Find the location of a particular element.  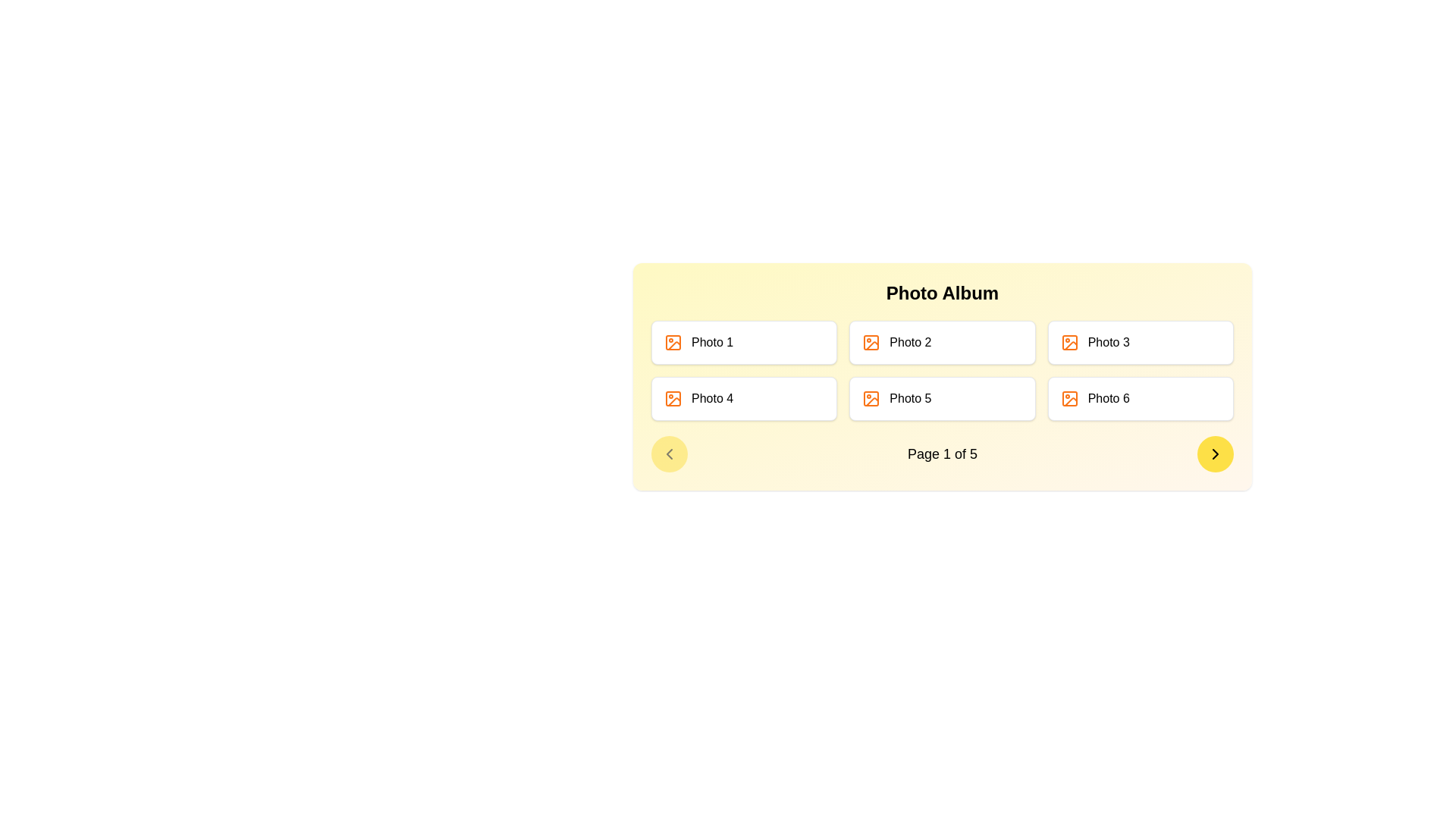

the chevron icon located inside the circular button in the bottom-right corner of the interface is located at coordinates (1216, 453).